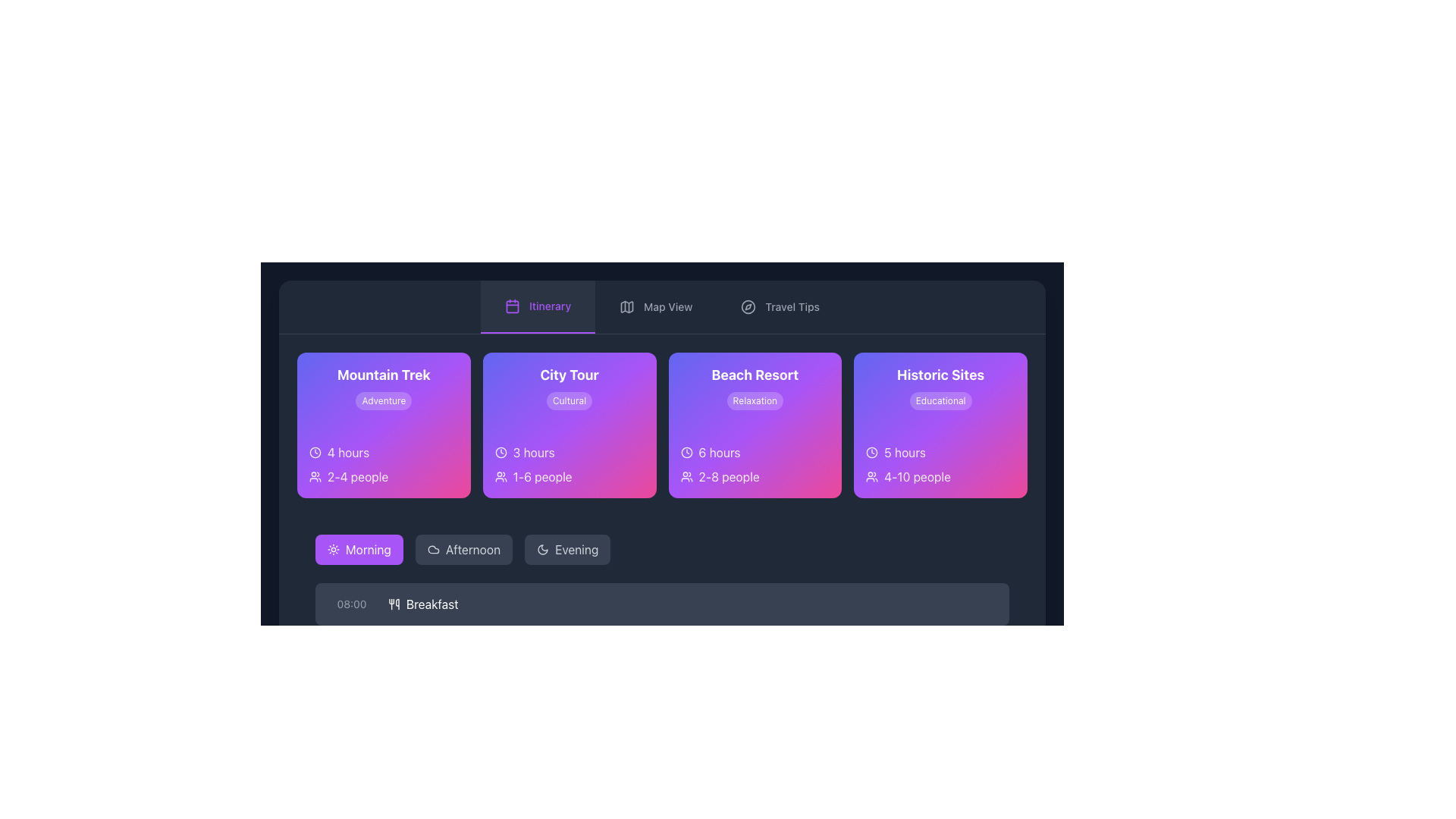 The width and height of the screenshot is (1456, 819). What do you see at coordinates (662, 307) in the screenshot?
I see `the second tab in the Tab Navigation, which allows switching between 'Itinerary', 'Map View', and 'Travel Tips'` at bounding box center [662, 307].